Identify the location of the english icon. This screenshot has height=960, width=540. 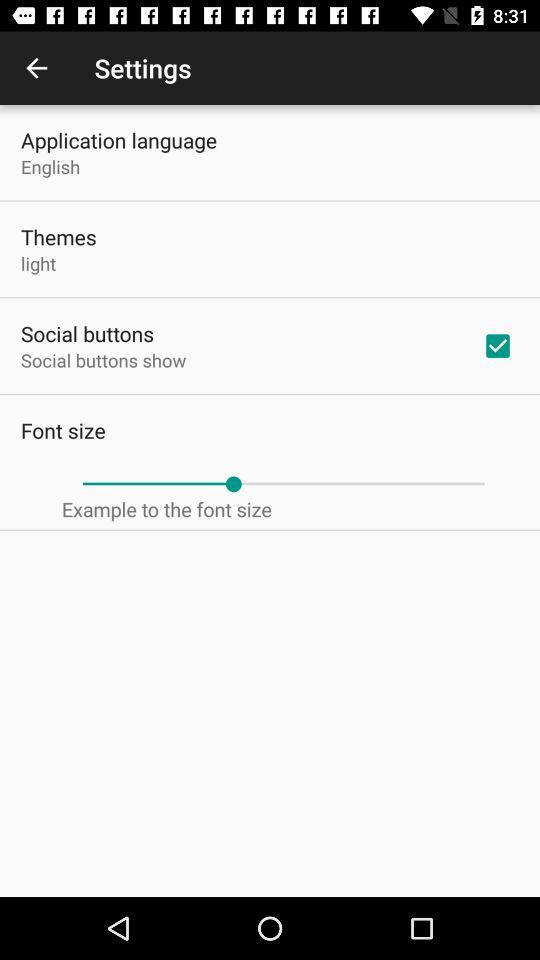
(50, 165).